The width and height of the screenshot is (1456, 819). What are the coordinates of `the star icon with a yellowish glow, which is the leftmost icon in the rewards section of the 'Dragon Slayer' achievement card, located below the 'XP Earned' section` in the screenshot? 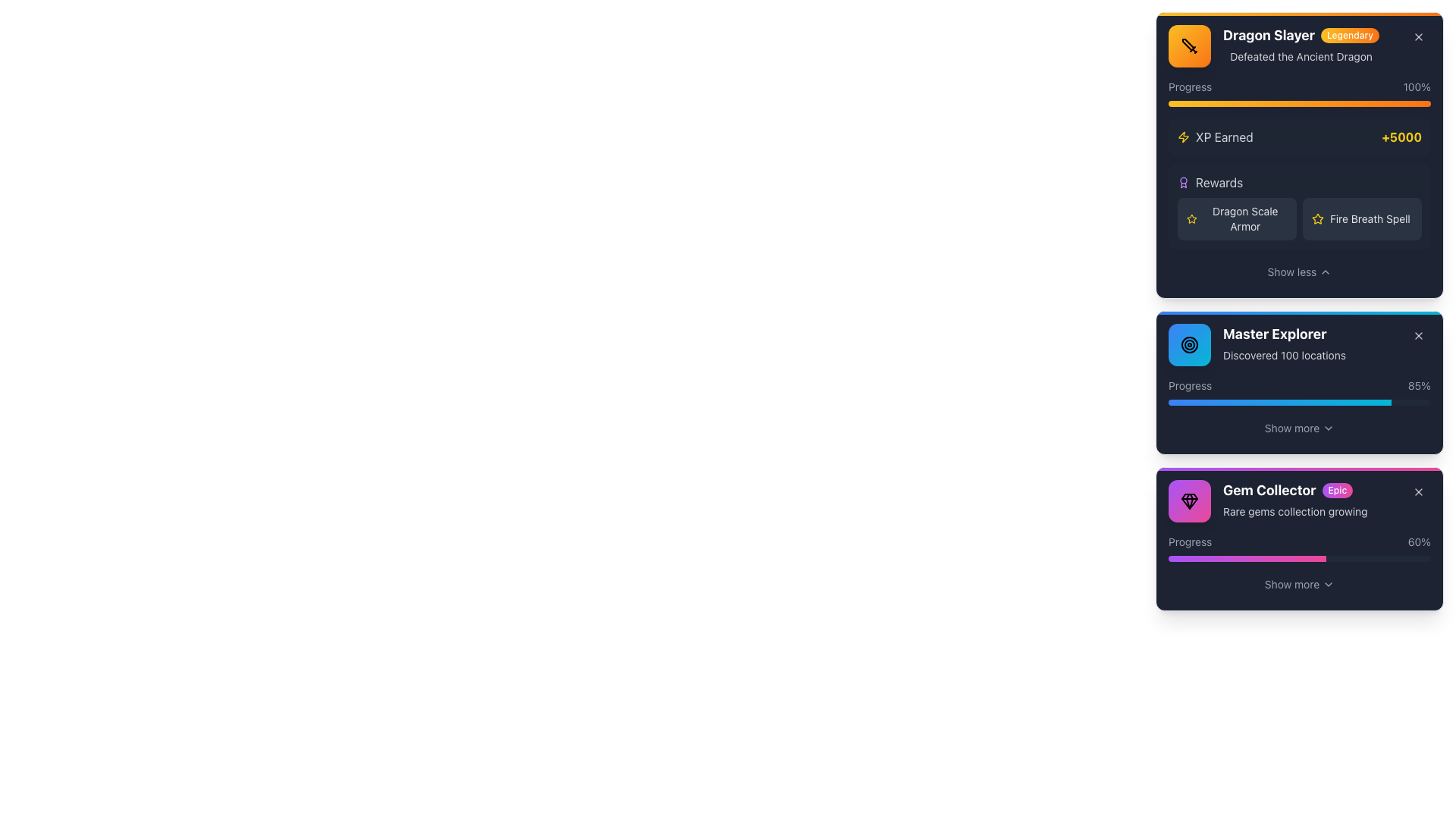 It's located at (1191, 219).